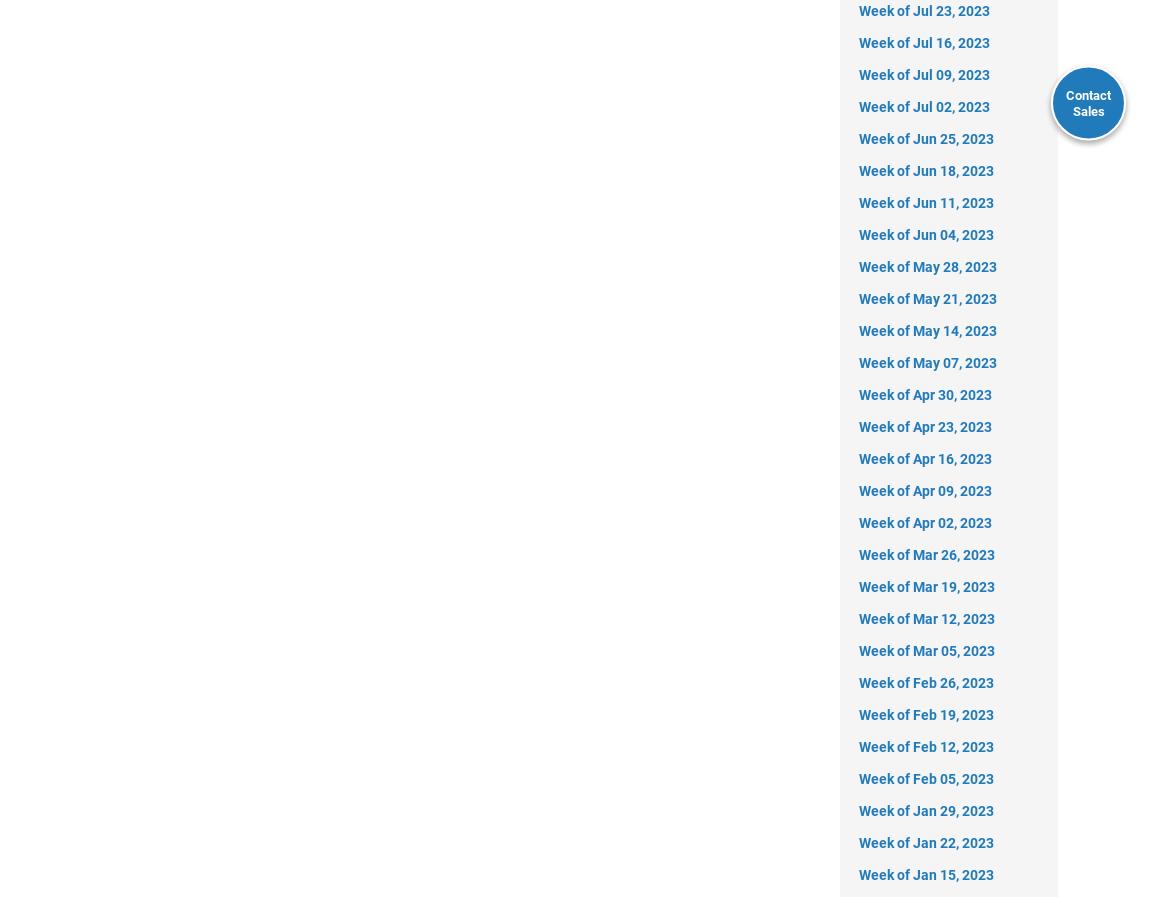 The height and width of the screenshot is (897, 1150). Describe the element at coordinates (928, 264) in the screenshot. I see `'Week of May 28, 2023'` at that location.